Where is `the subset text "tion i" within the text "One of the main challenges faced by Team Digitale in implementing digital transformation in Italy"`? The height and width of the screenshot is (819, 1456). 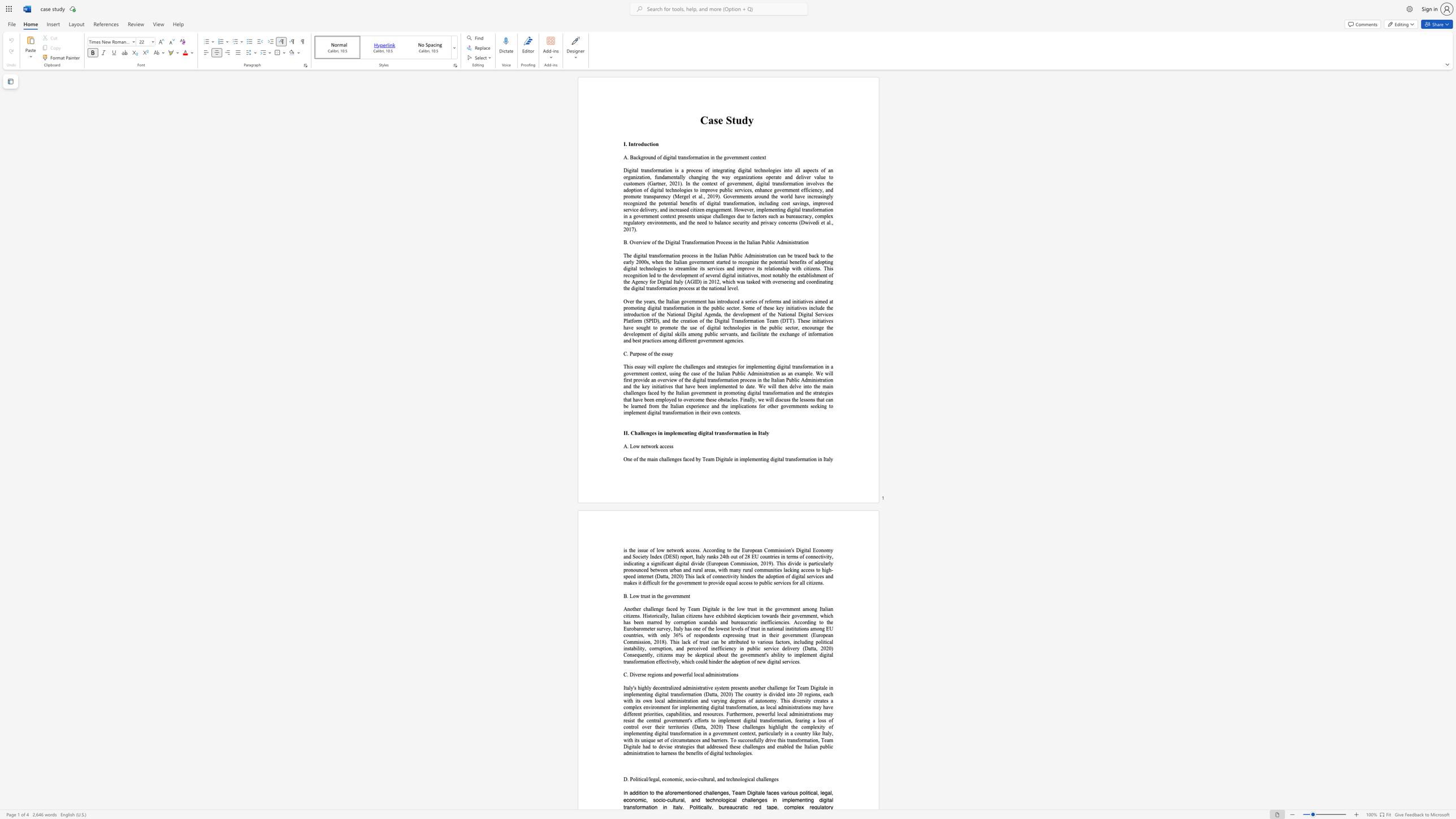
the subset text "tion i" within the text "One of the main challenges faced by Team Digitale in implementing digital transformation in Italy" is located at coordinates (808, 459).